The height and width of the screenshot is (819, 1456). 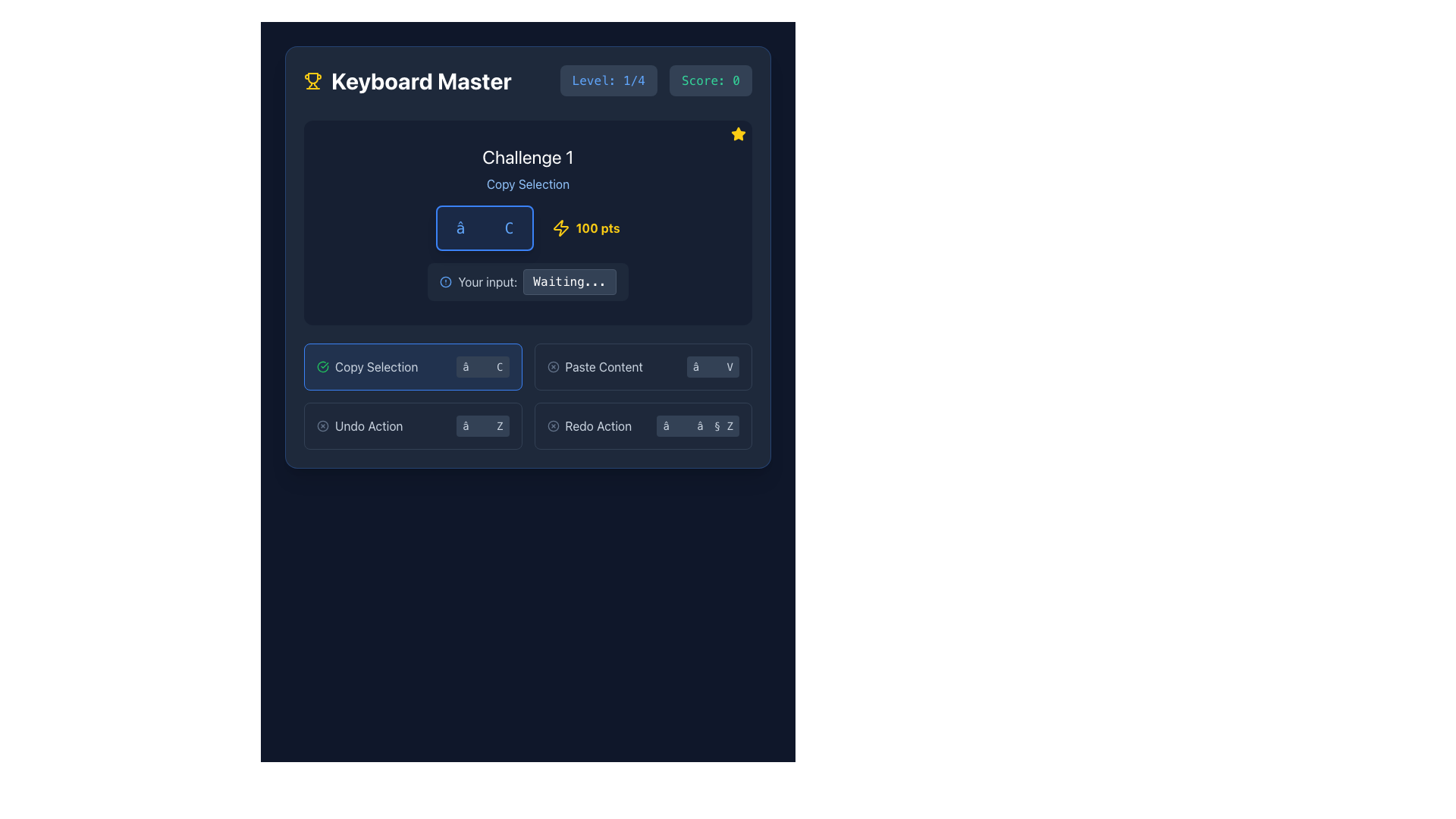 What do you see at coordinates (322, 426) in the screenshot?
I see `the cancel action icon, which is a gray circular outline with a diagonal line, located to the left of the 'Undo Action' text` at bounding box center [322, 426].